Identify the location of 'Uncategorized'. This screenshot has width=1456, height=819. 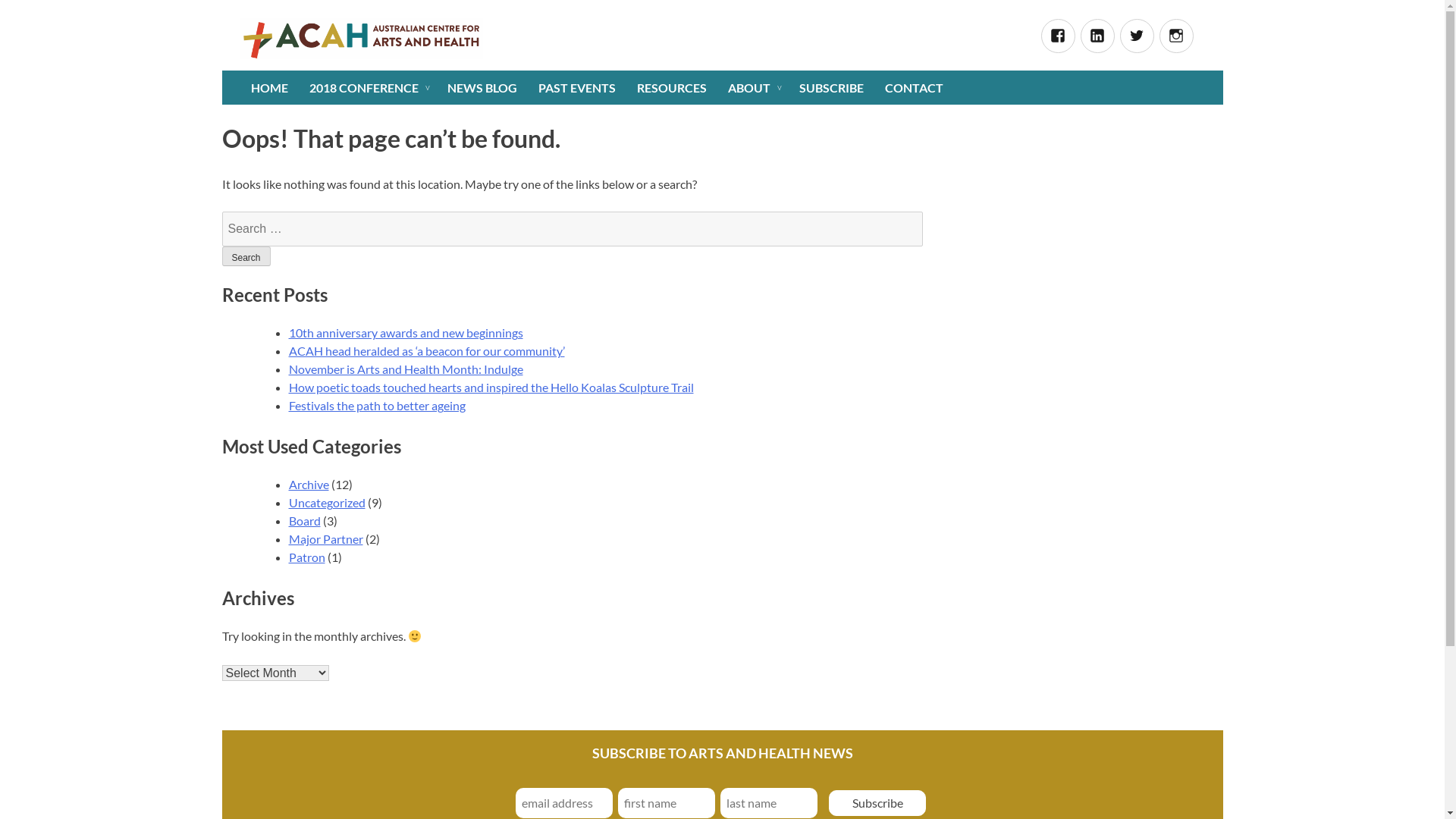
(325, 502).